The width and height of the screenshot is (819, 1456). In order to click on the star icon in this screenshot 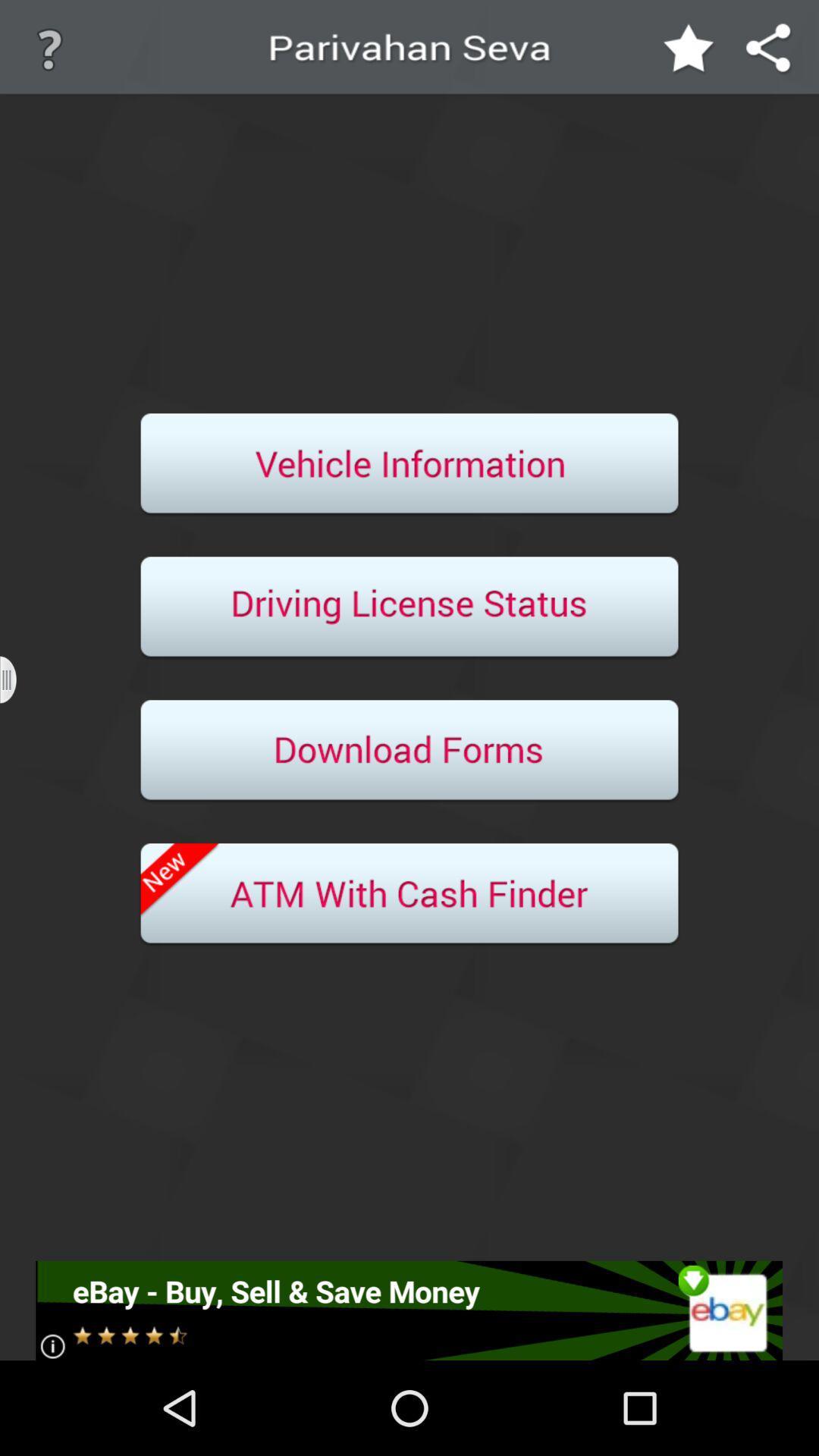, I will do `click(689, 53)`.